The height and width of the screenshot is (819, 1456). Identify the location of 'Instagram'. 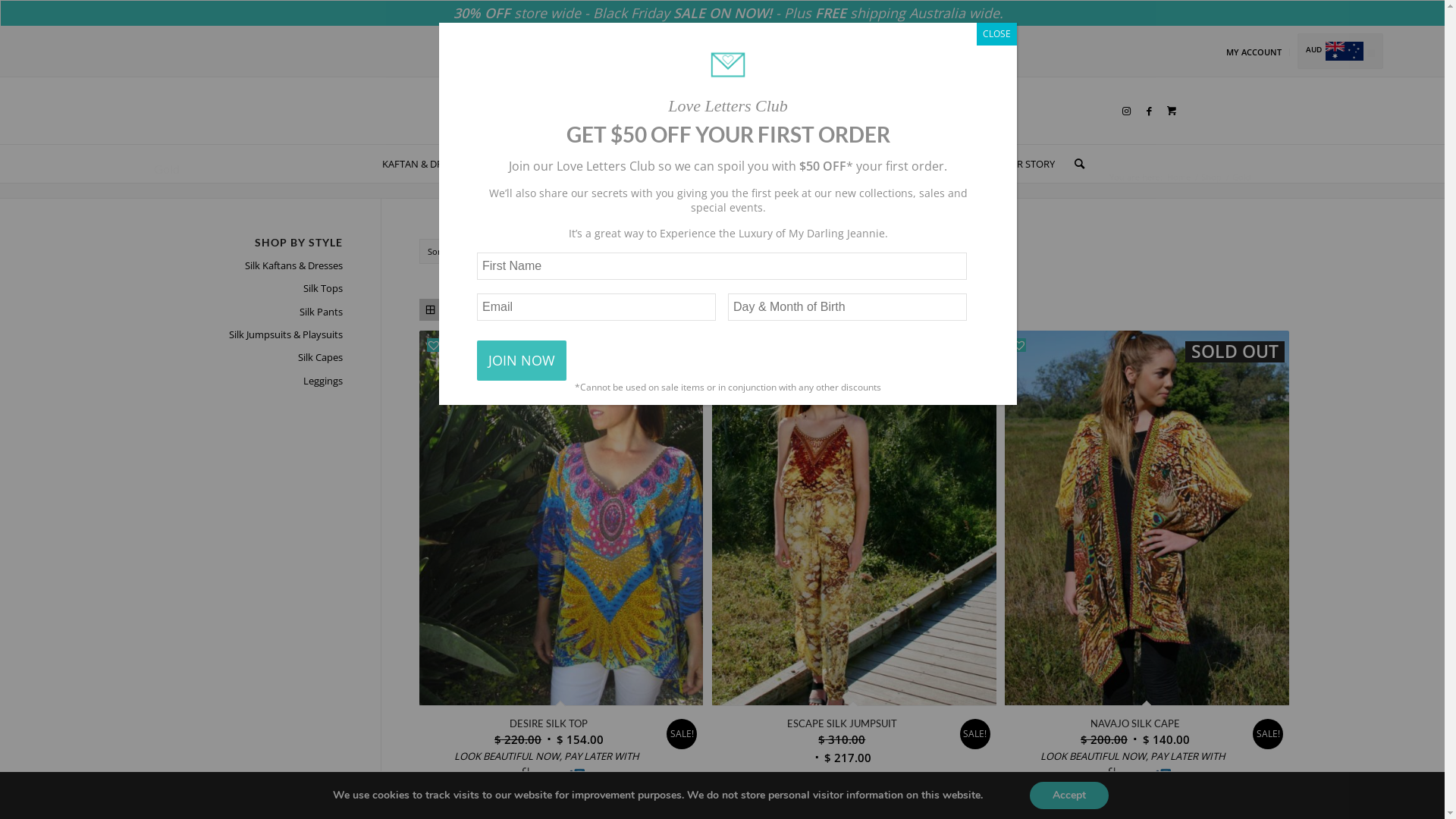
(1125, 110).